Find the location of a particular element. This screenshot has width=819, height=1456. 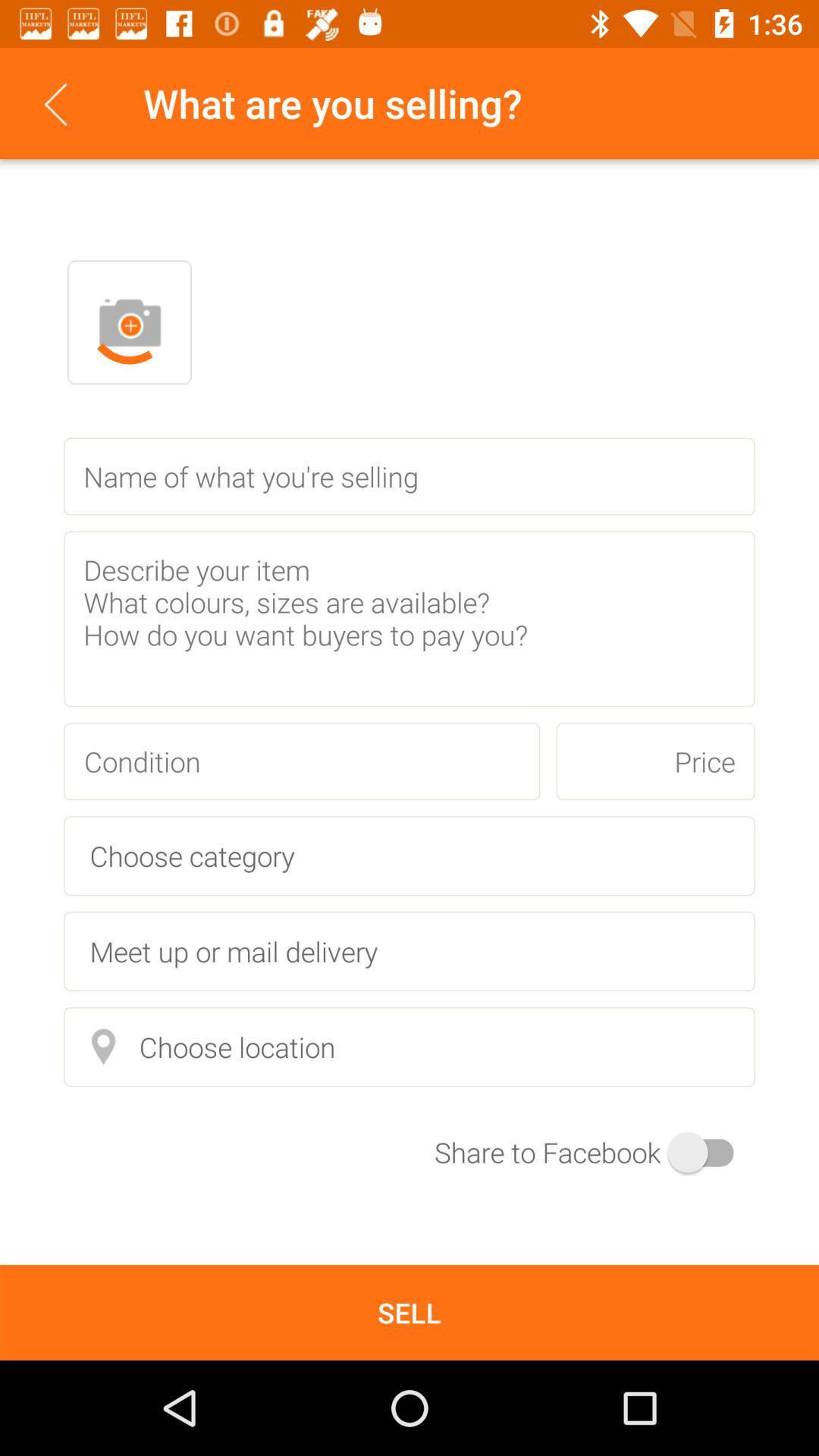

item next to the what are you is located at coordinates (55, 102).